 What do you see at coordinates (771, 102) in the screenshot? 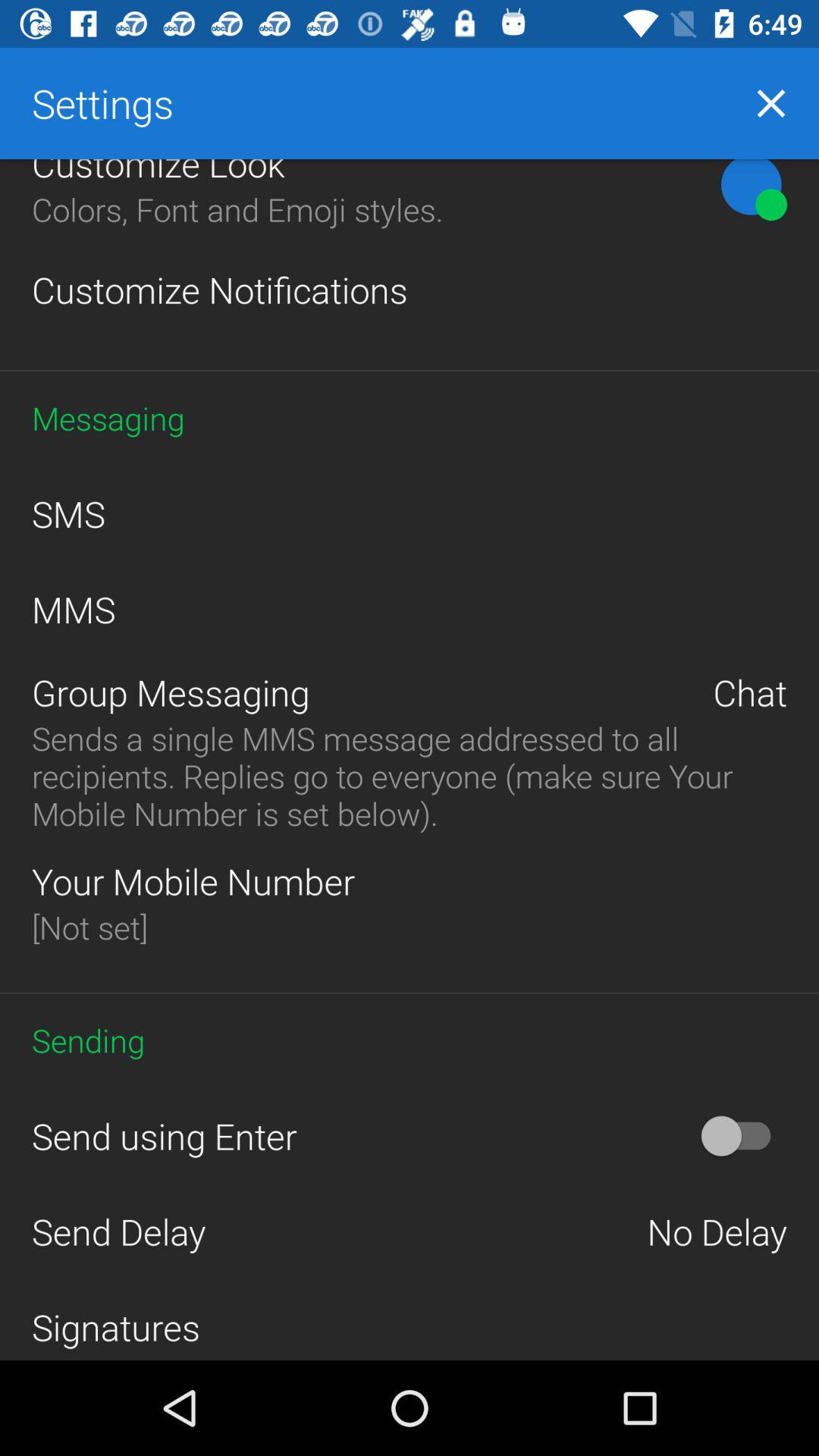
I see `the close icon` at bounding box center [771, 102].